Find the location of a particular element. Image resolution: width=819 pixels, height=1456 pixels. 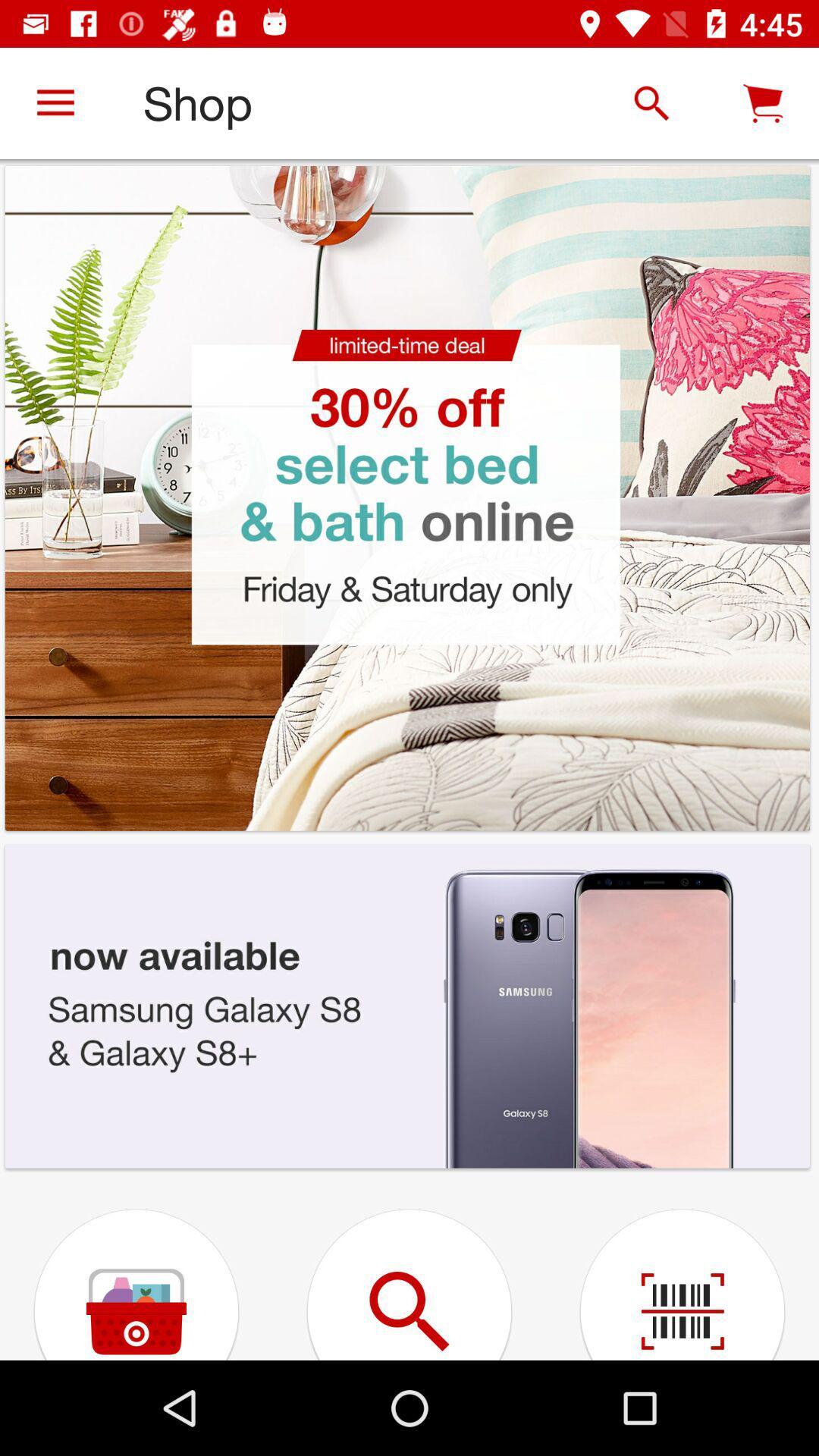

the barcode icon is located at coordinates (681, 1267).